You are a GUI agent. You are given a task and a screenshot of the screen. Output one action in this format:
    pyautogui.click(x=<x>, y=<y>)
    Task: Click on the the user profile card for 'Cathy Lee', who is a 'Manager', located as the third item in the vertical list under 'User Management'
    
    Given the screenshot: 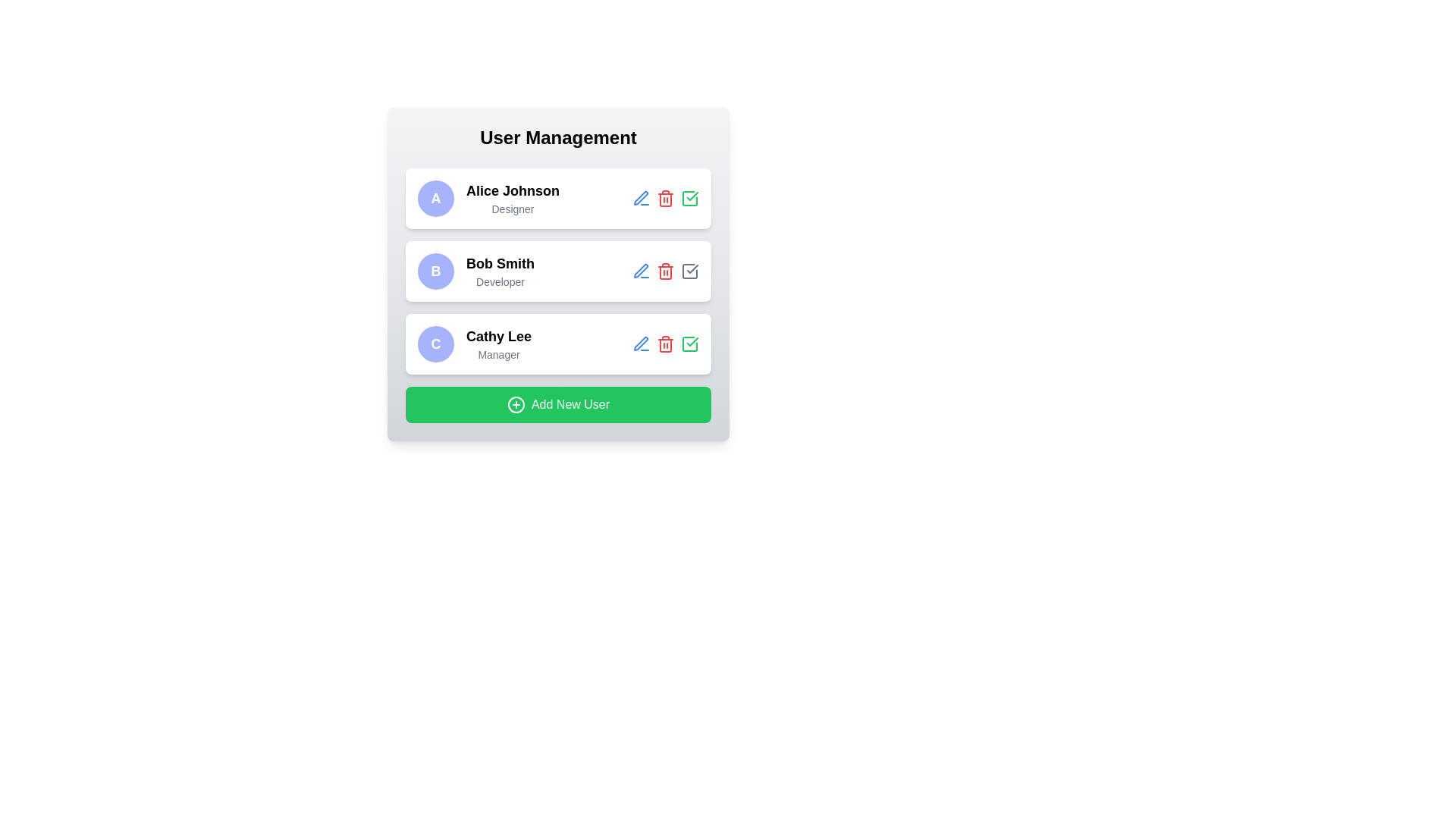 What is the action you would take?
    pyautogui.click(x=474, y=344)
    